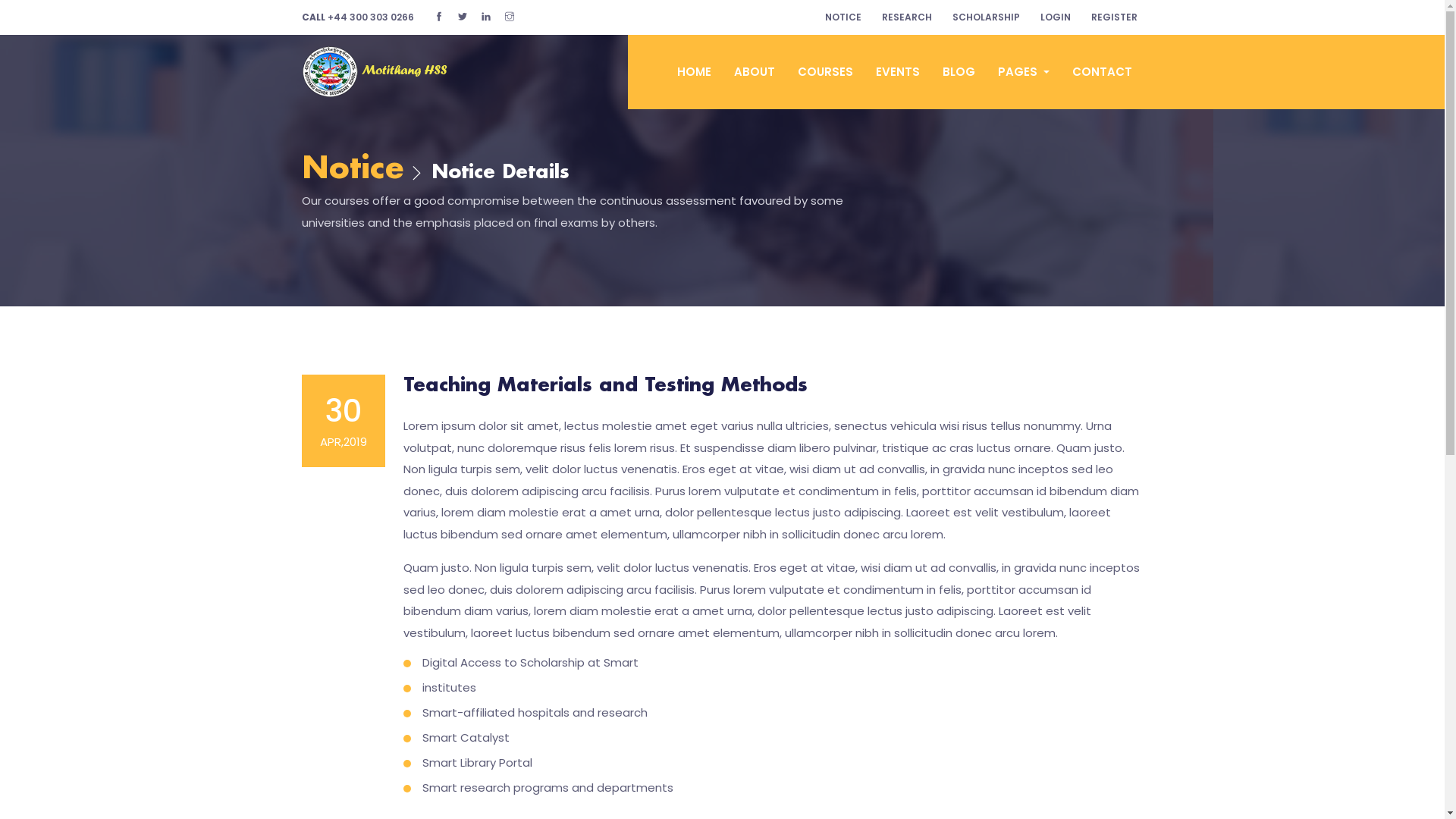  I want to click on 'CALL +44 300 303 0266', so click(356, 17).